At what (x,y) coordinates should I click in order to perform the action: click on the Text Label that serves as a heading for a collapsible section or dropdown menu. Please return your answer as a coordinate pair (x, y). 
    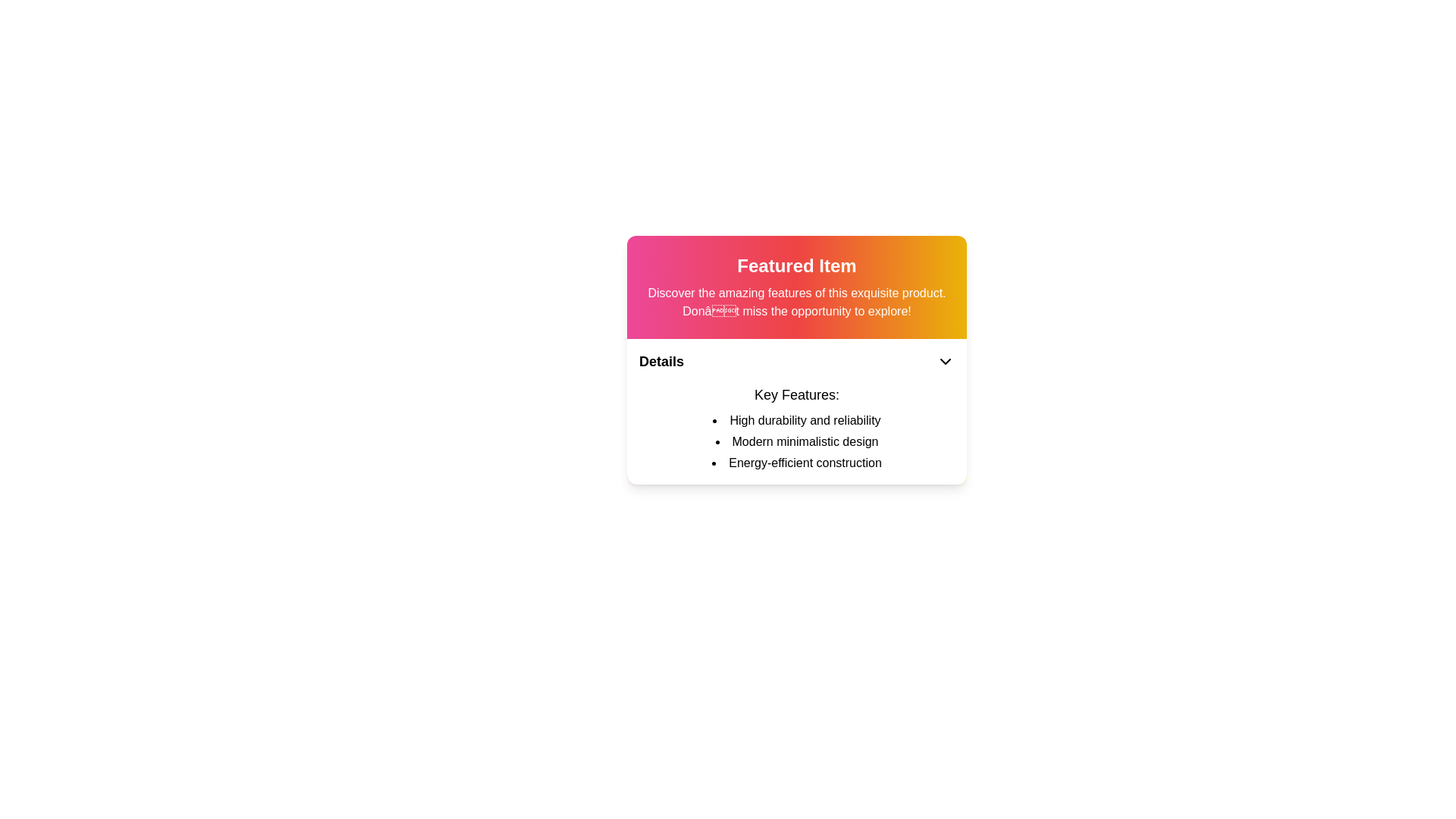
    Looking at the image, I should click on (661, 362).